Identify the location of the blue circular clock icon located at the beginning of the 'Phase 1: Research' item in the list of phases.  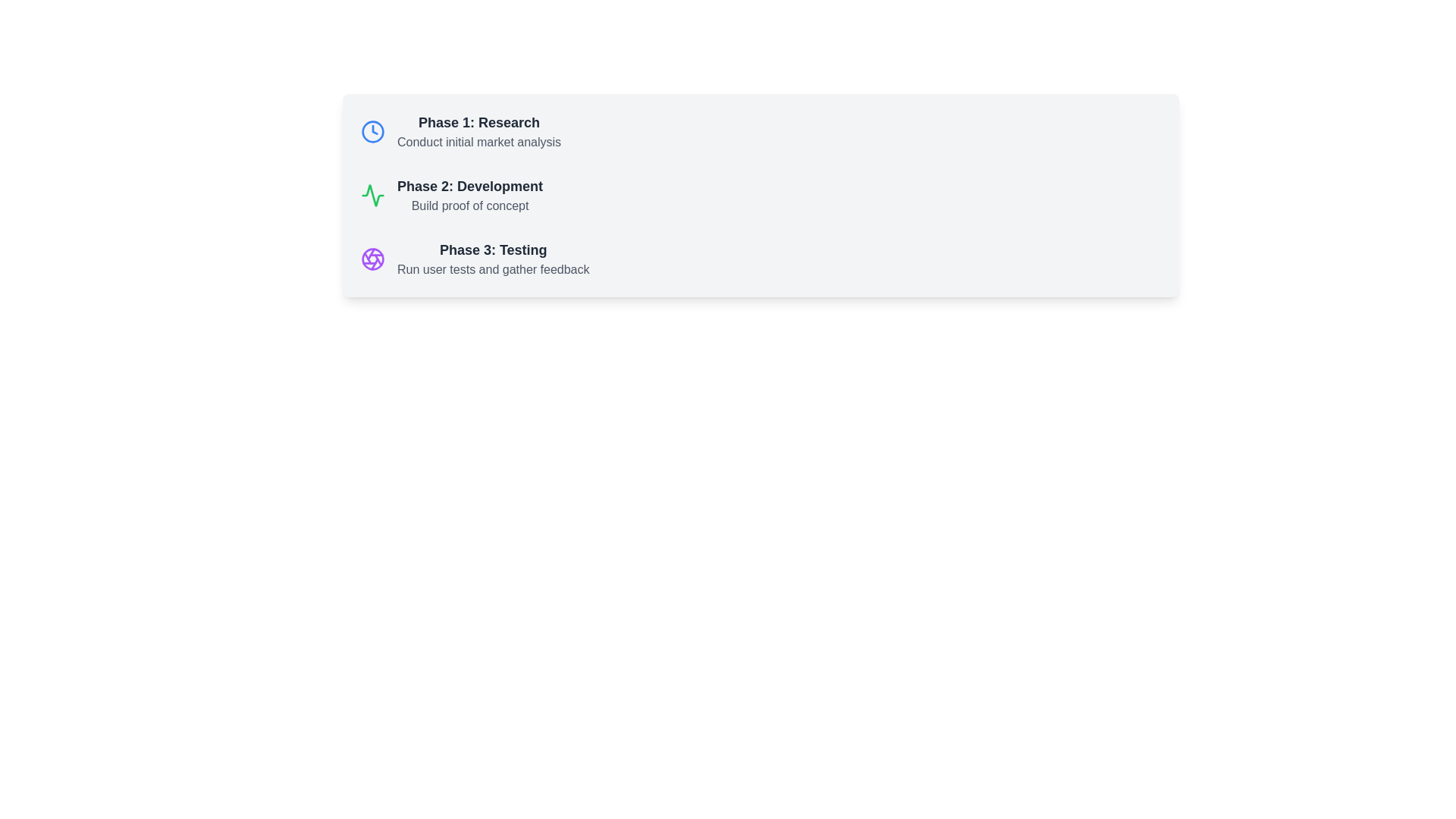
(372, 130).